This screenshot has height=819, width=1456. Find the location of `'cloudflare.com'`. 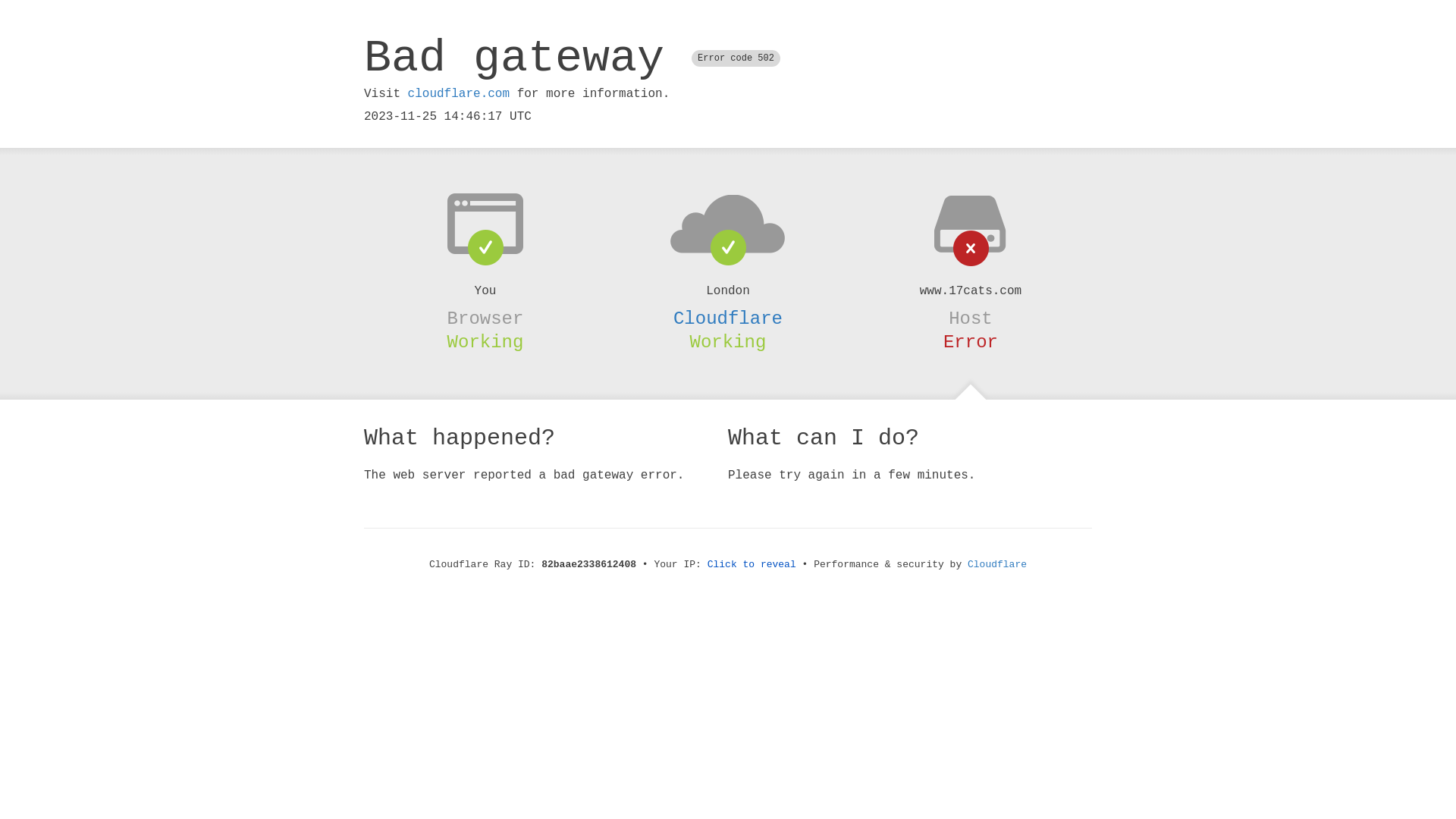

'cloudflare.com' is located at coordinates (457, 93).